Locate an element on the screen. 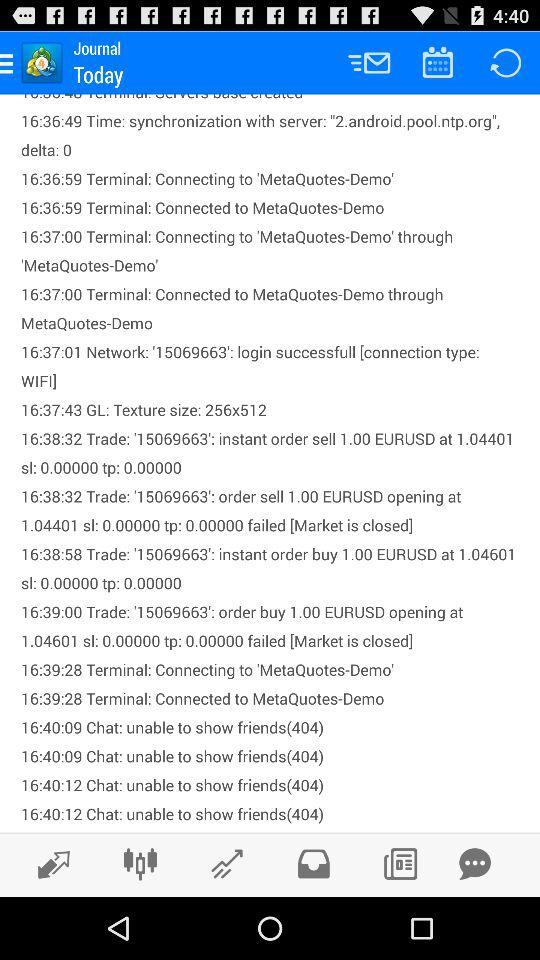 Image resolution: width=540 pixels, height=960 pixels. item at the center is located at coordinates (270, 463).